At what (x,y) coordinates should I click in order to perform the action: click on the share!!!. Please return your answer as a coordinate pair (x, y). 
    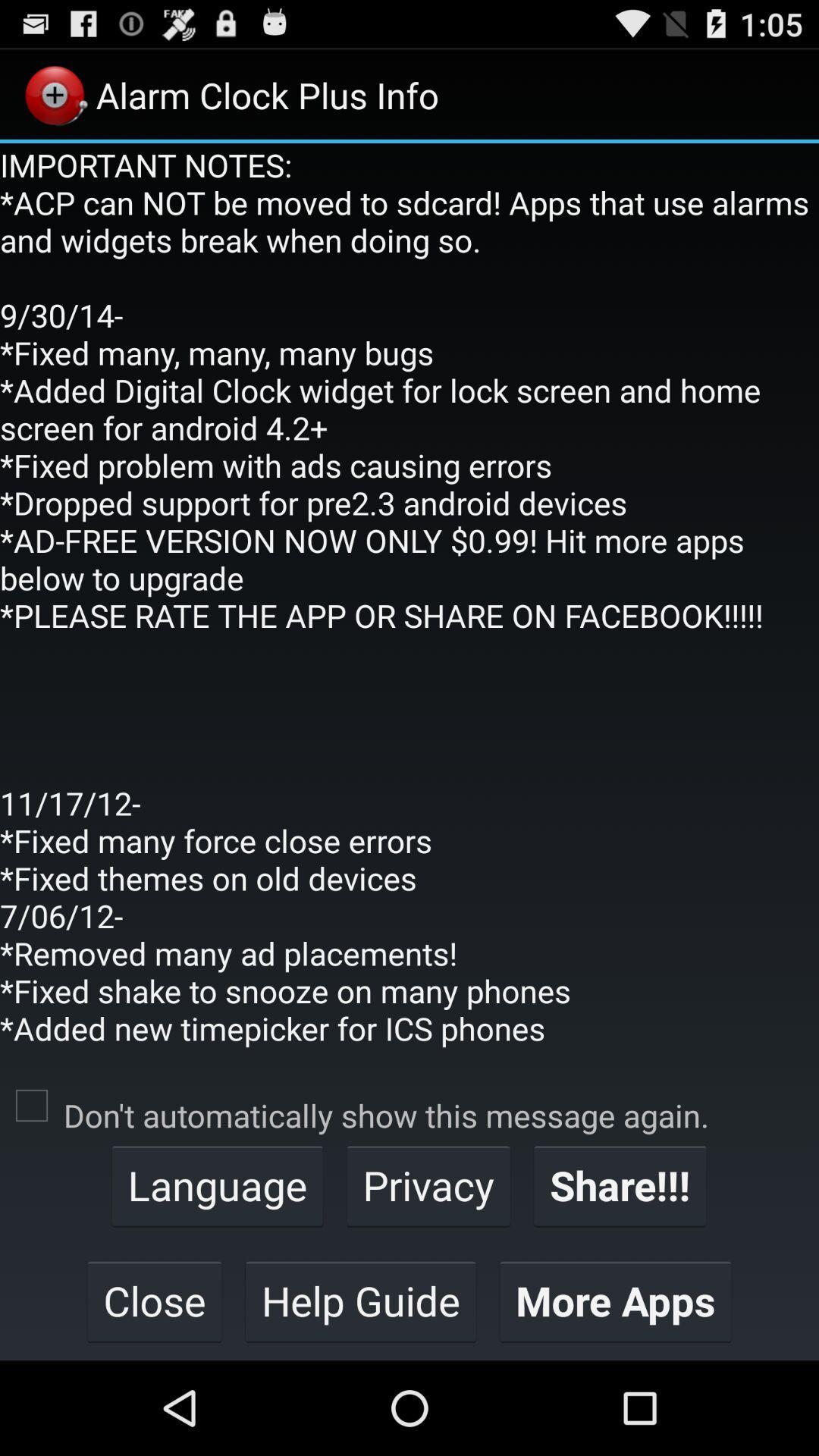
    Looking at the image, I should click on (620, 1185).